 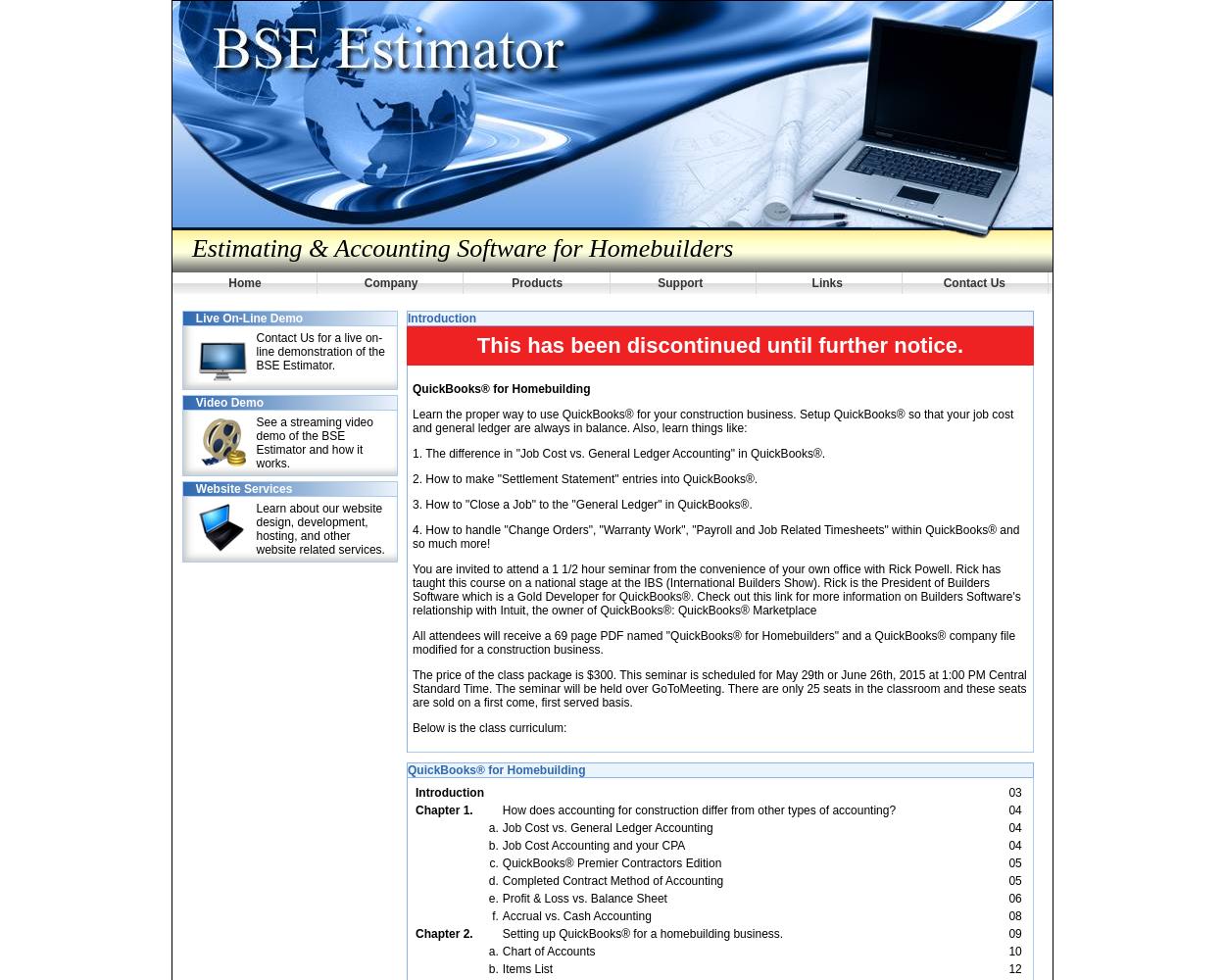 I want to click on 'Training Service', so click(x=206, y=34).